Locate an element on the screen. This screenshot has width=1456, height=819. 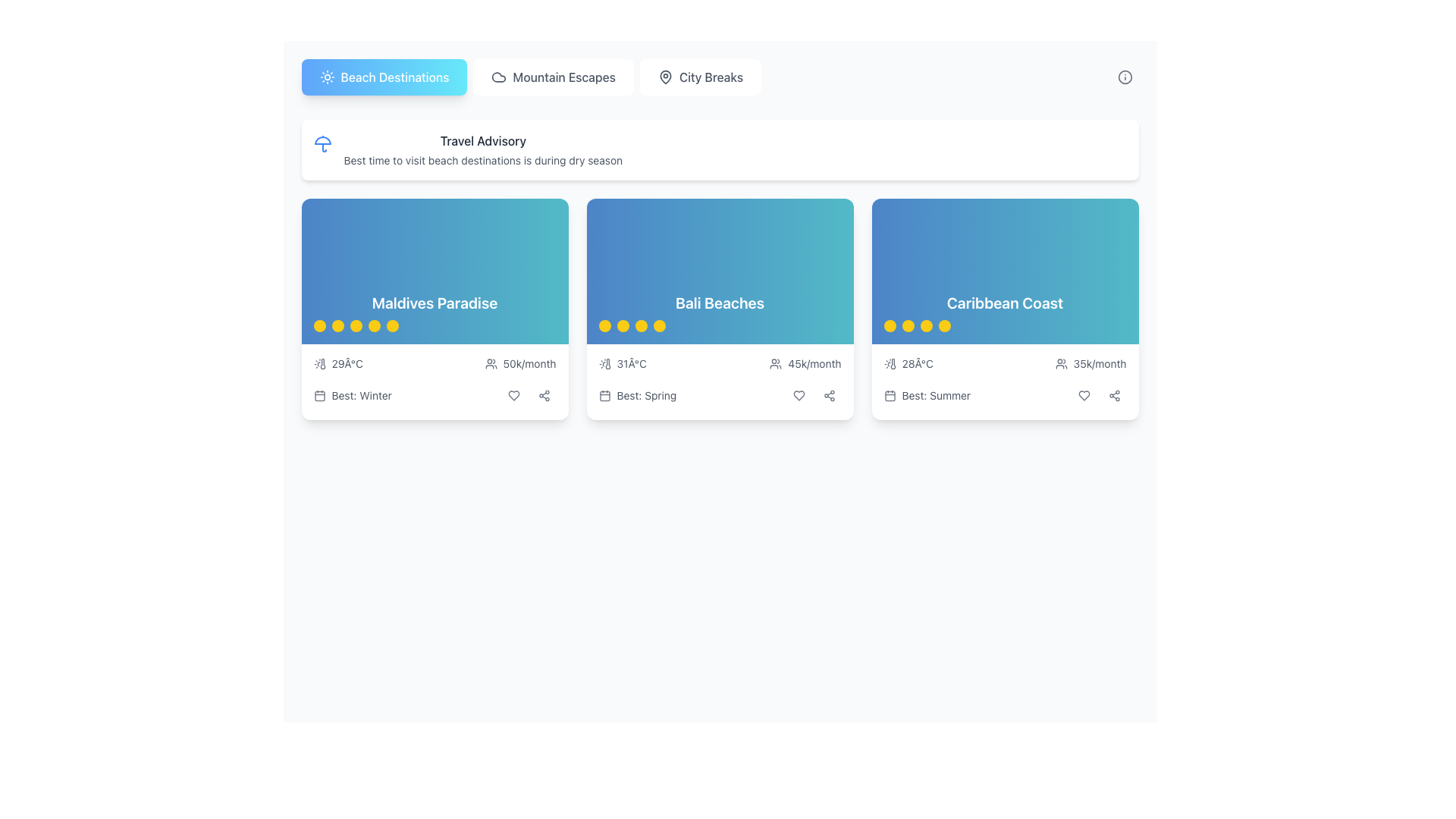
the icon representing 'Beach Destinations' located on the left side of the corresponding button in the horizontal menu bar is located at coordinates (326, 77).